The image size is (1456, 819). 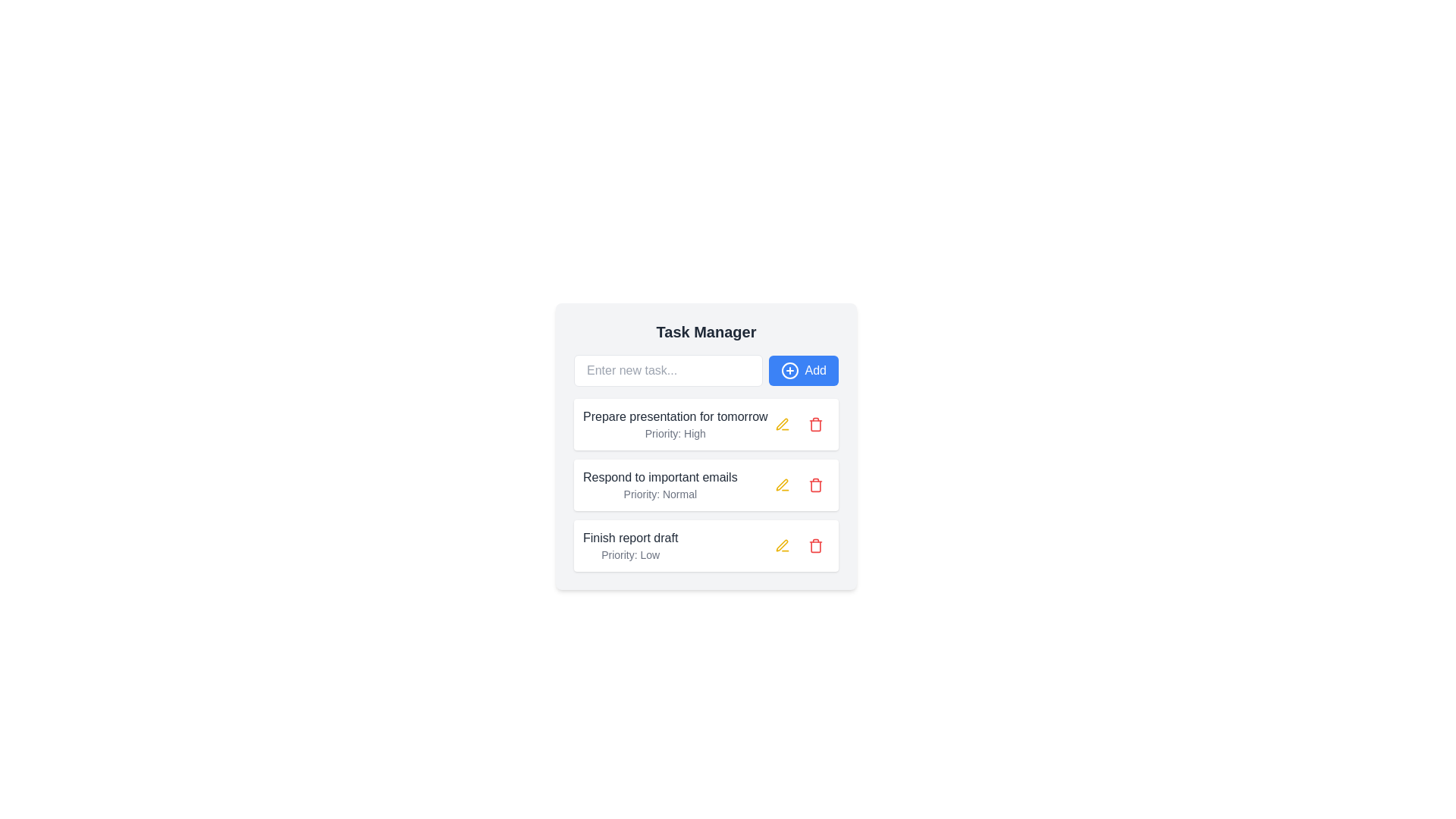 What do you see at coordinates (814, 485) in the screenshot?
I see `the delete button located in the second row of task actions, to the right of the edit pen icon` at bounding box center [814, 485].